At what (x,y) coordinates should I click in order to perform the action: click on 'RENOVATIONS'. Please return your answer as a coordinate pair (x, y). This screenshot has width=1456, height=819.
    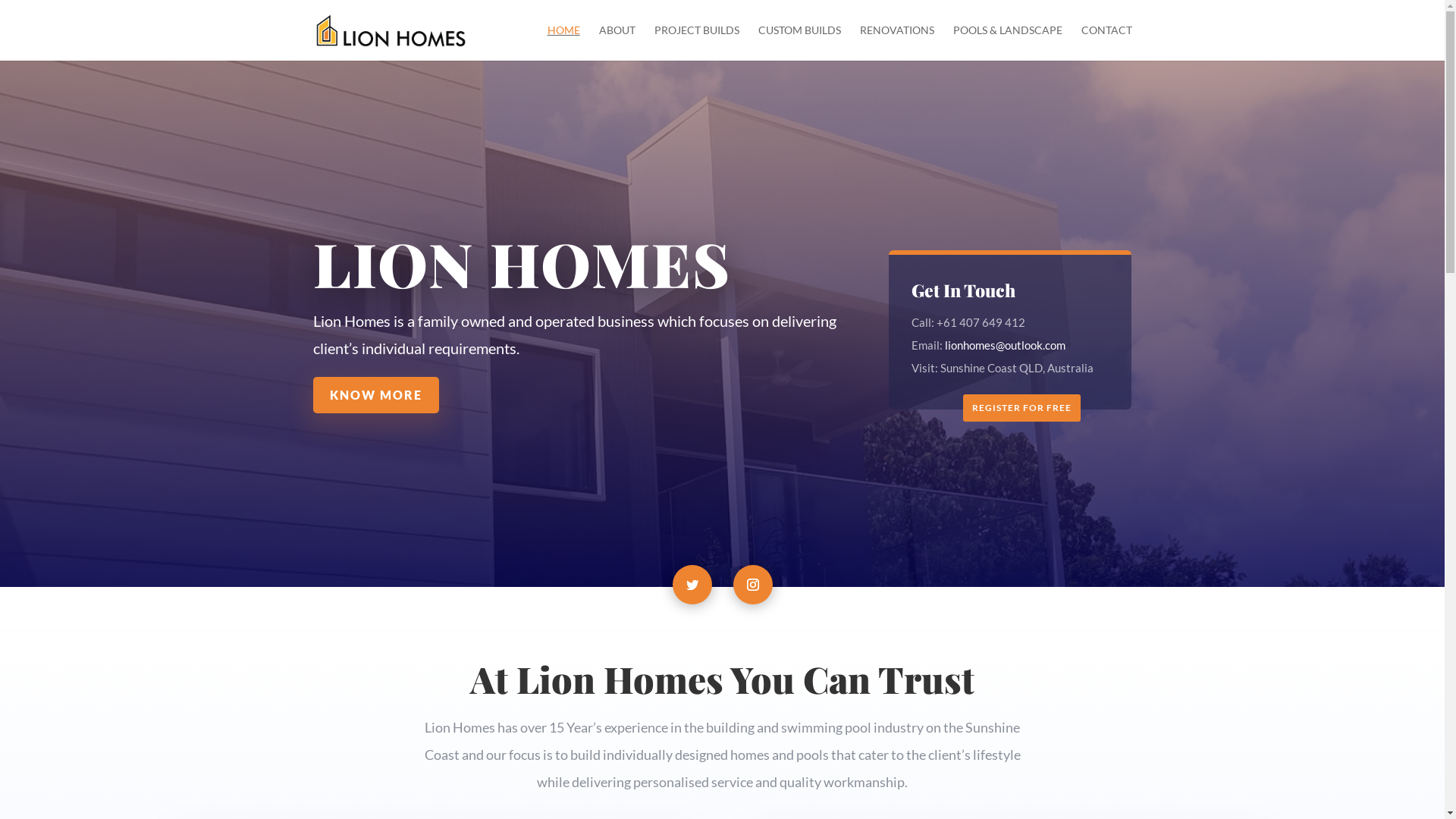
    Looking at the image, I should click on (896, 42).